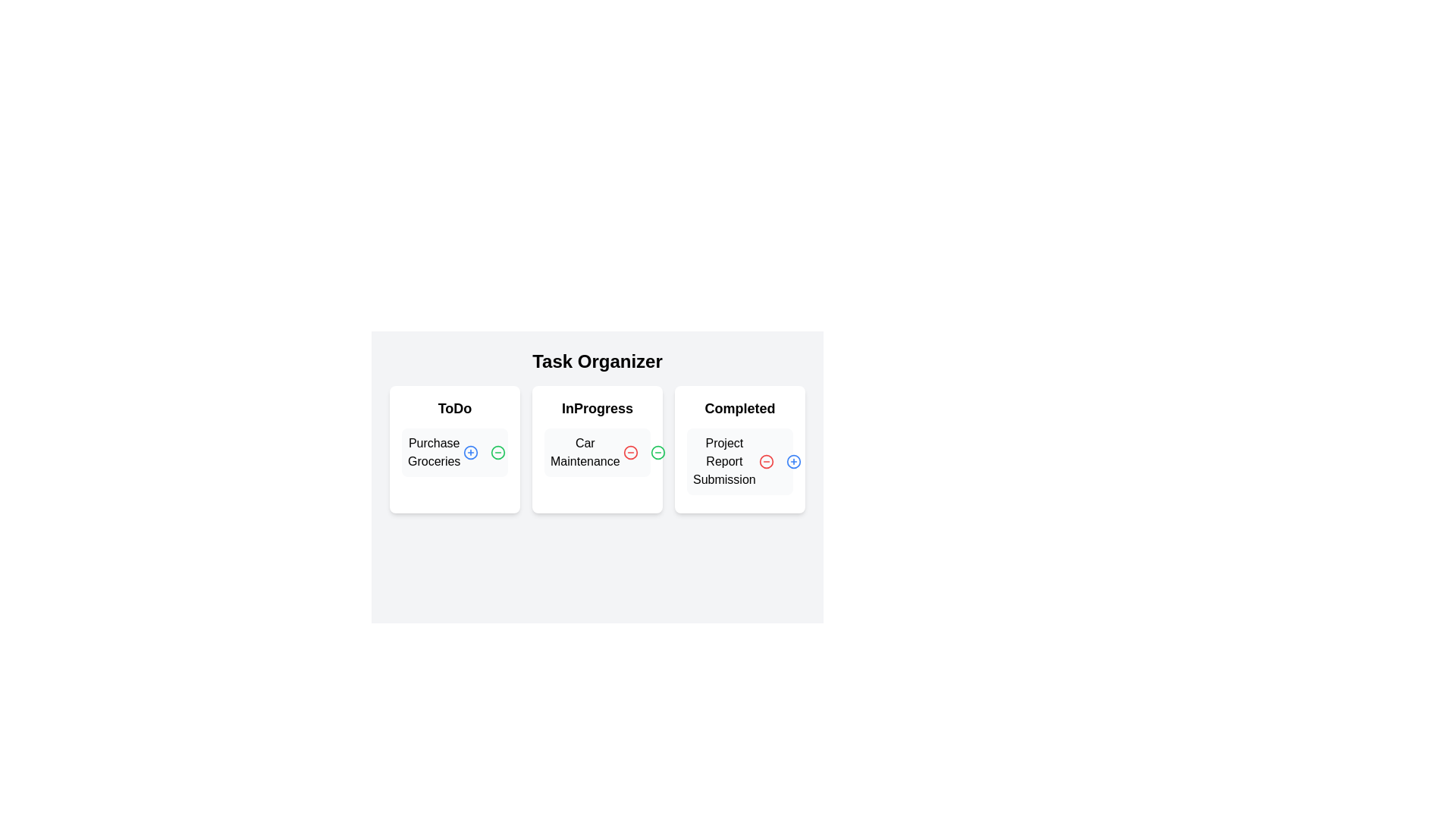 The width and height of the screenshot is (1456, 819). Describe the element at coordinates (596, 408) in the screenshot. I see `the category header InProgress to focus on the corresponding category` at that location.